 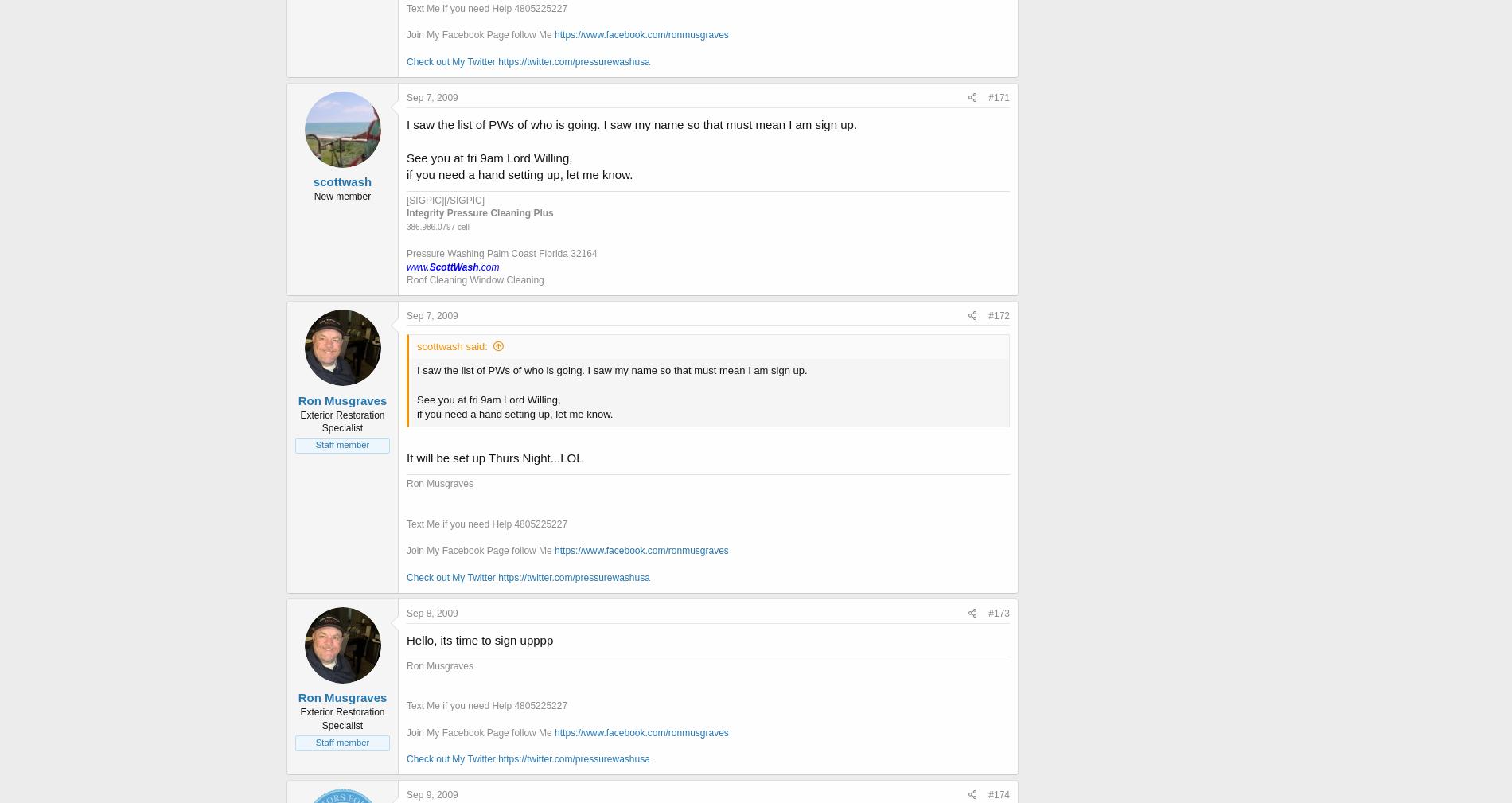 What do you see at coordinates (480, 212) in the screenshot?
I see `'Integrity Pressure Cleaning Plus'` at bounding box center [480, 212].